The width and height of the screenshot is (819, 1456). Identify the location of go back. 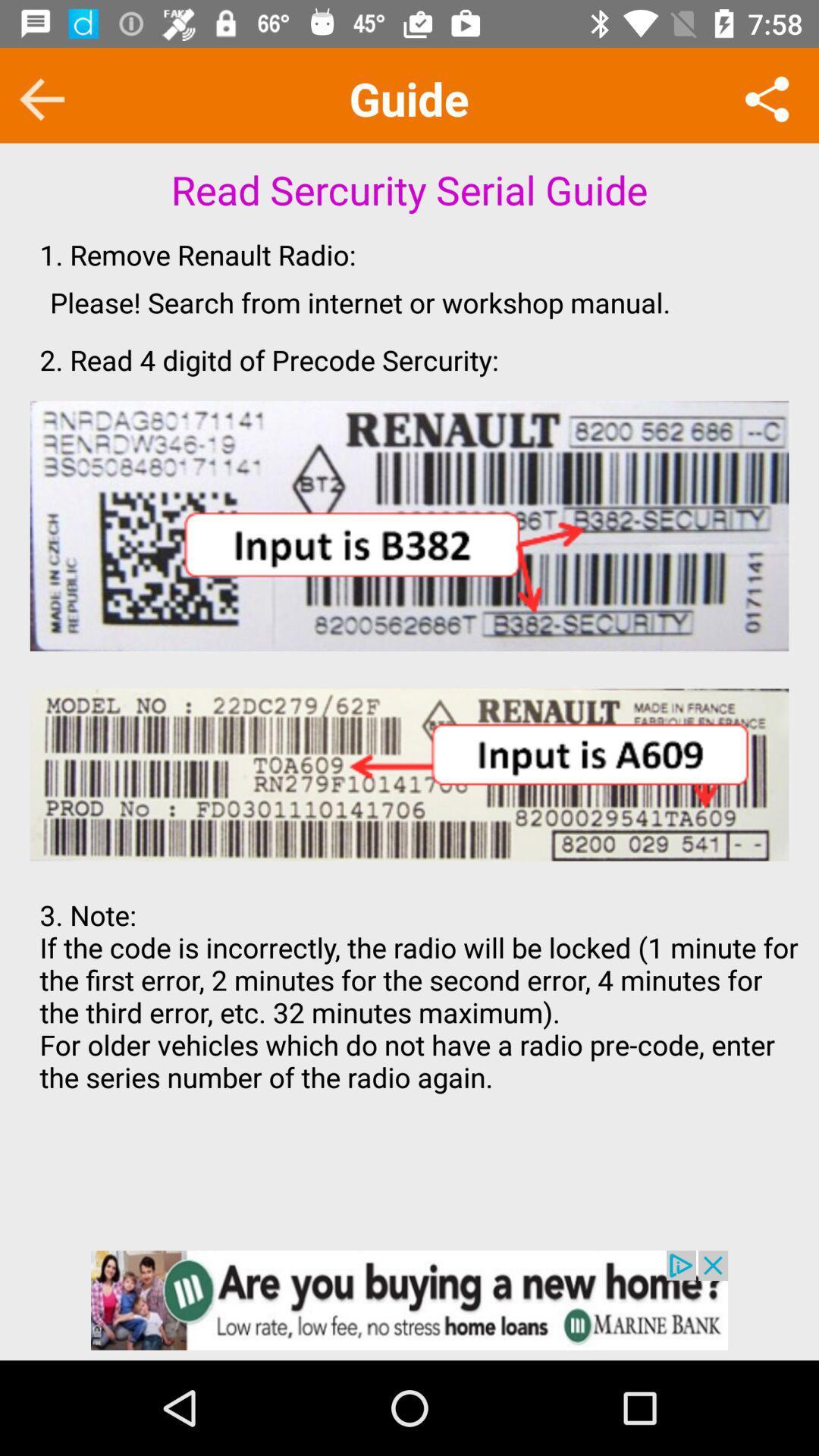
(41, 99).